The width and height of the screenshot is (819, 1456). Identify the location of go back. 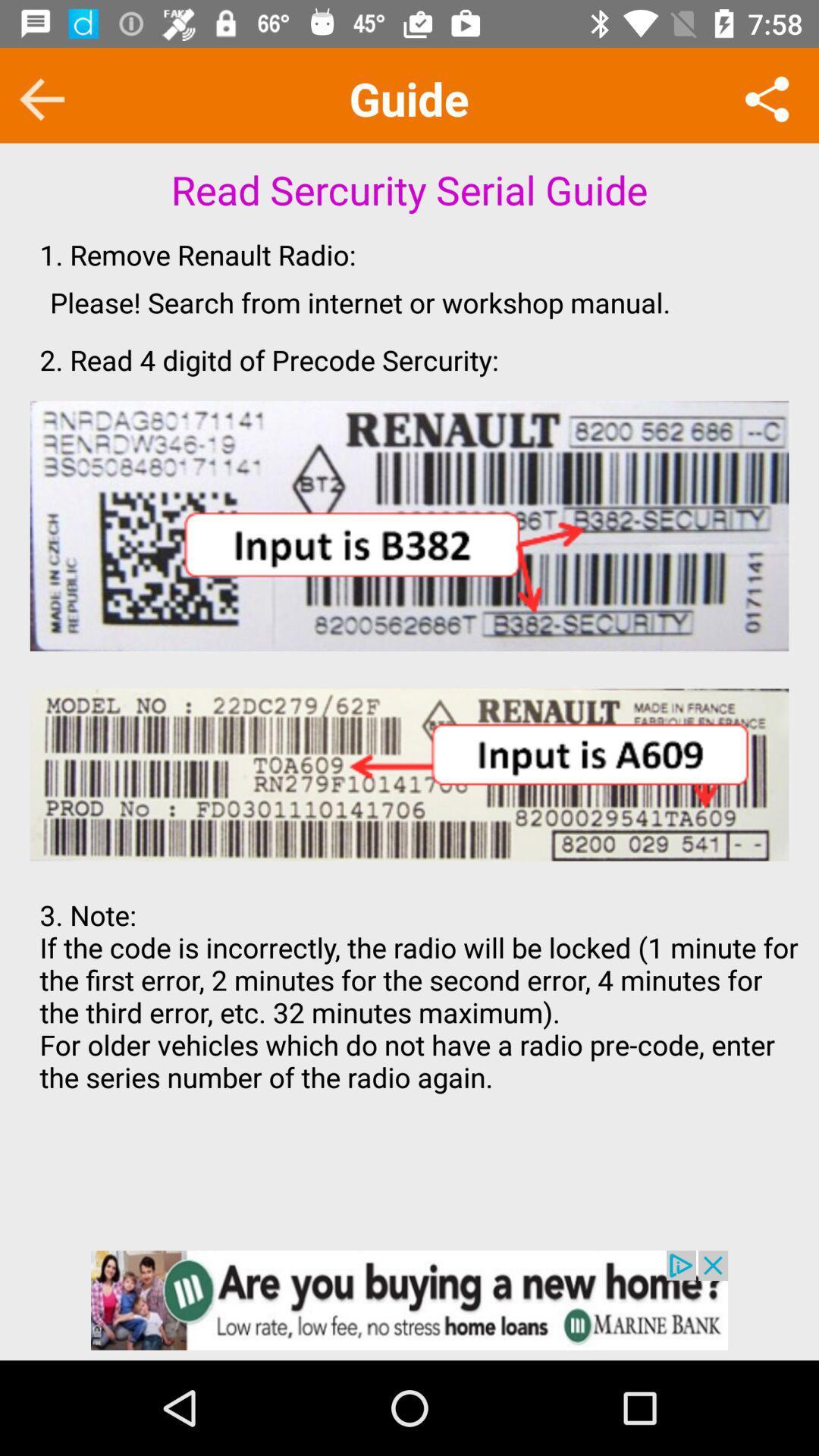
(41, 99).